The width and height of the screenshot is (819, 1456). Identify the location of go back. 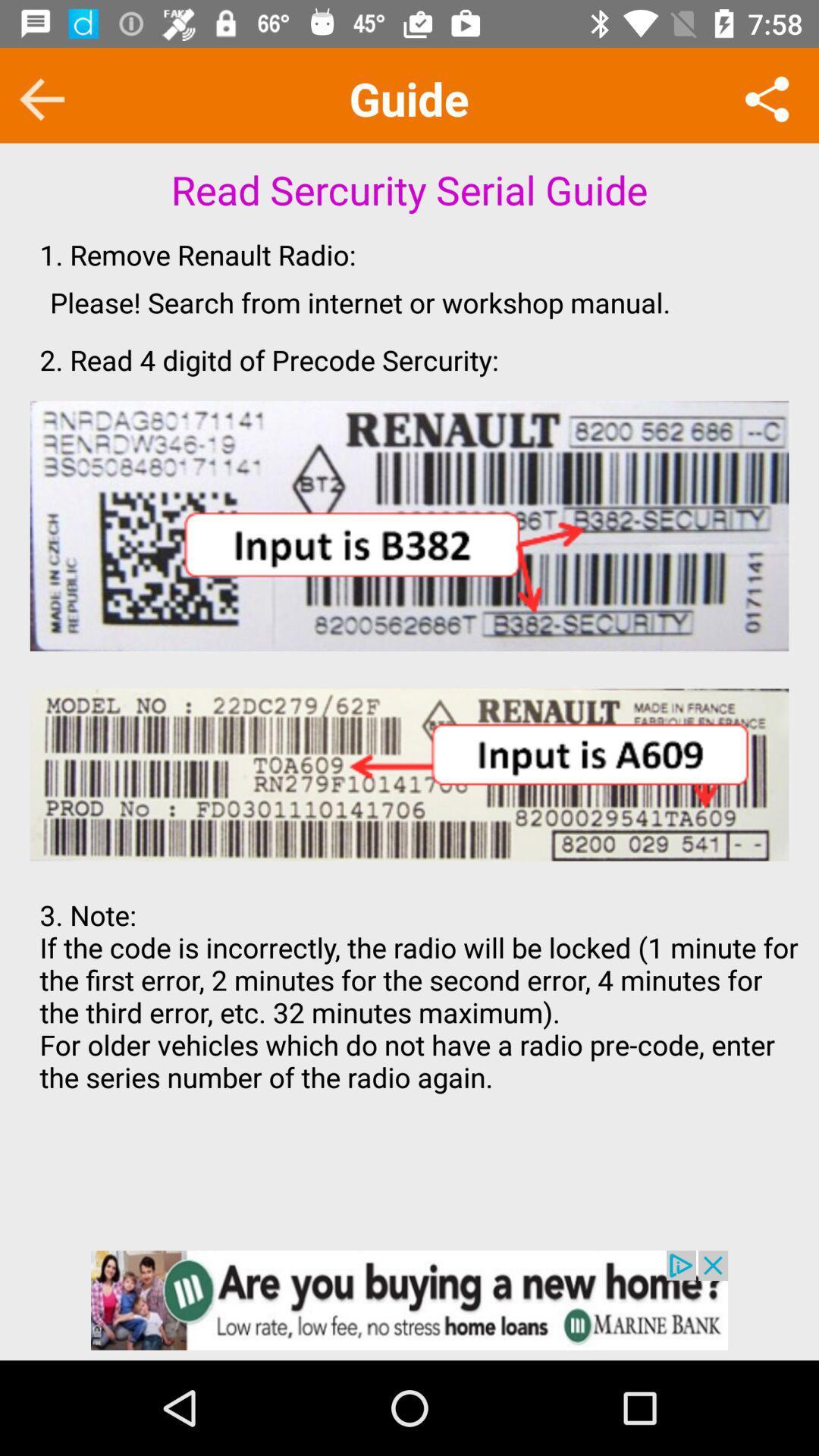
(41, 99).